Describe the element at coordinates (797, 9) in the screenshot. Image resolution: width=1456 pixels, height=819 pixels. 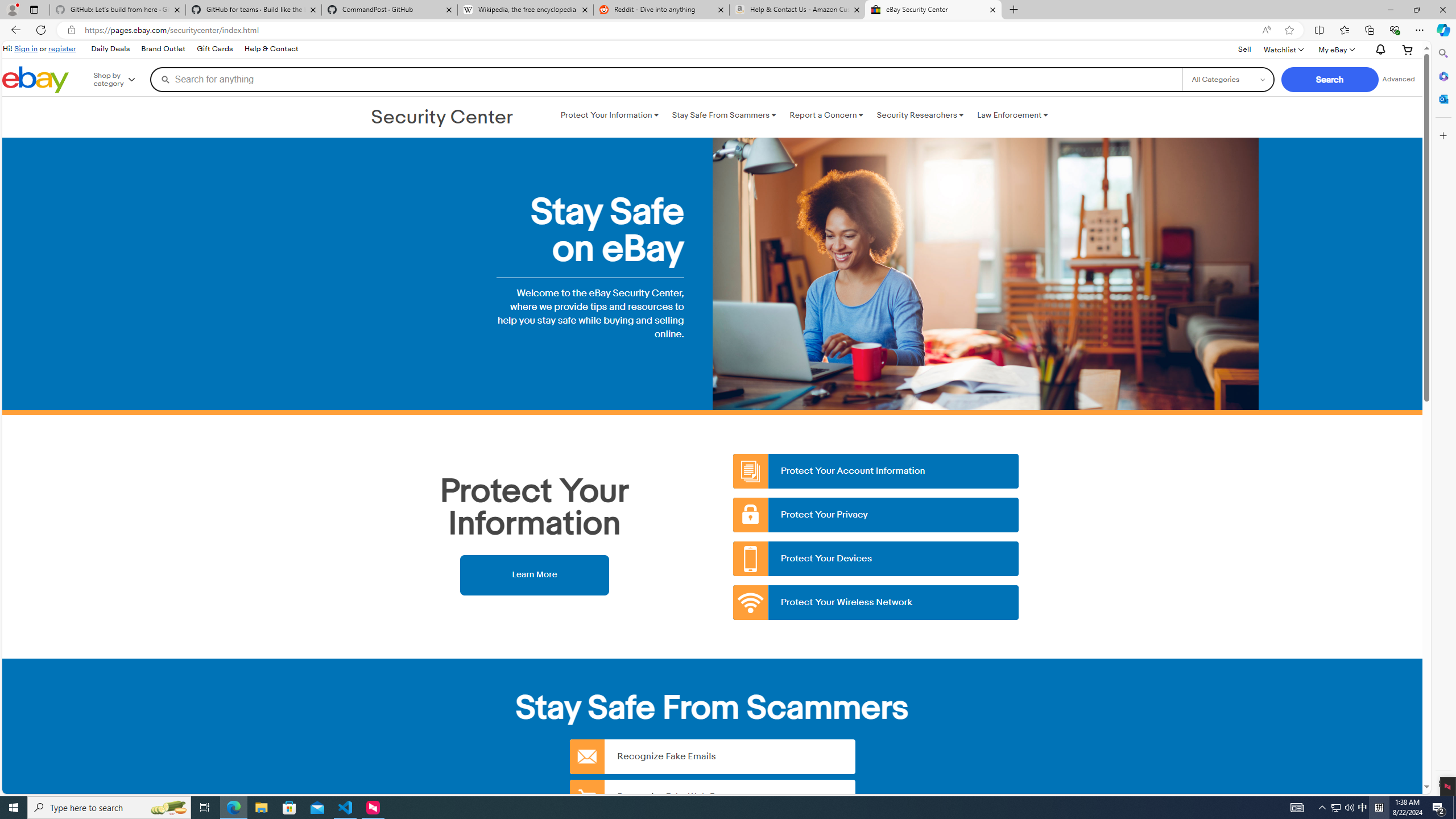
I see `'Help & Contact Us - Amazon Customer Service - Sleeping'` at that location.